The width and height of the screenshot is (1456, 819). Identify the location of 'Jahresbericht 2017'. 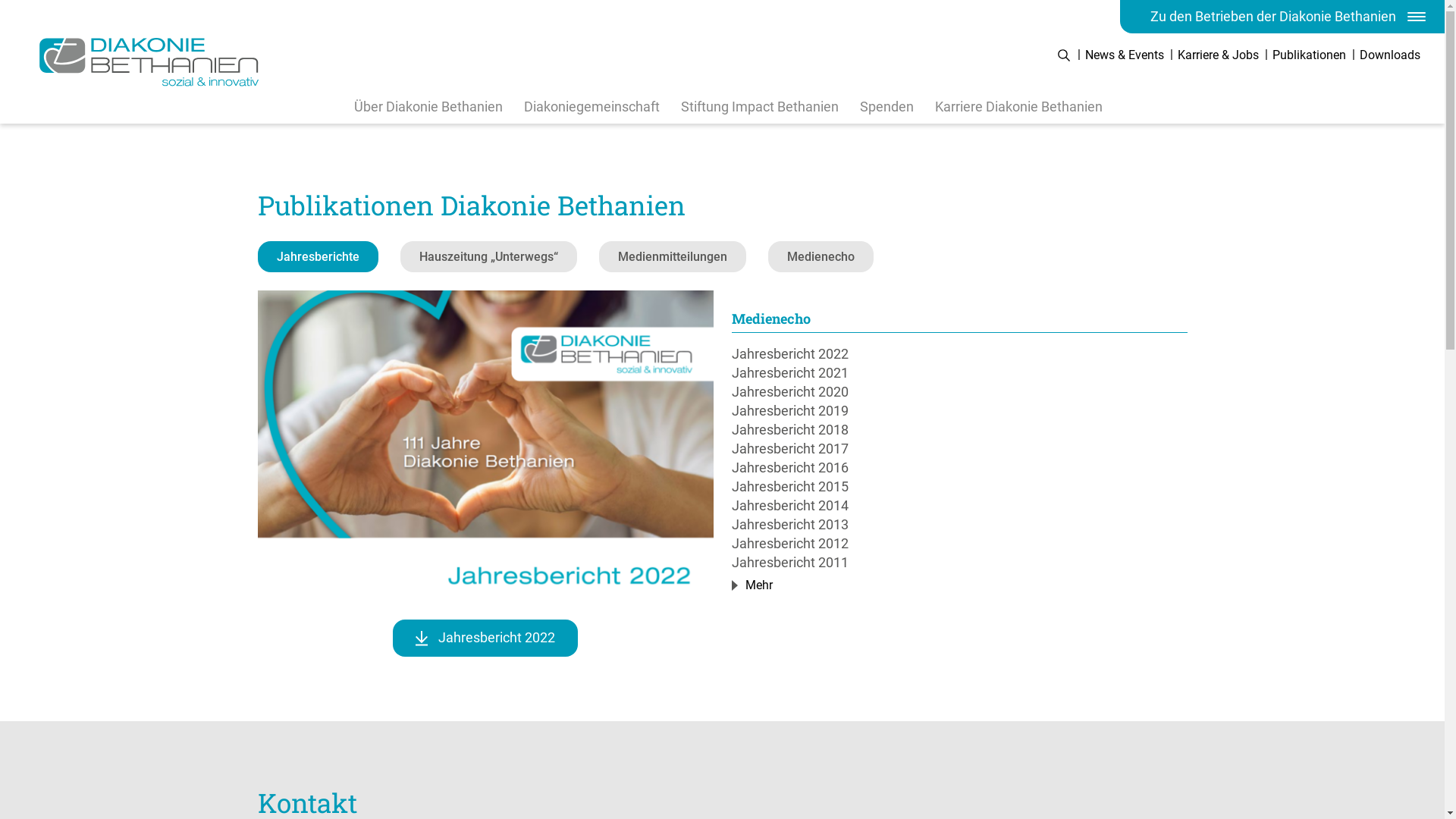
(958, 447).